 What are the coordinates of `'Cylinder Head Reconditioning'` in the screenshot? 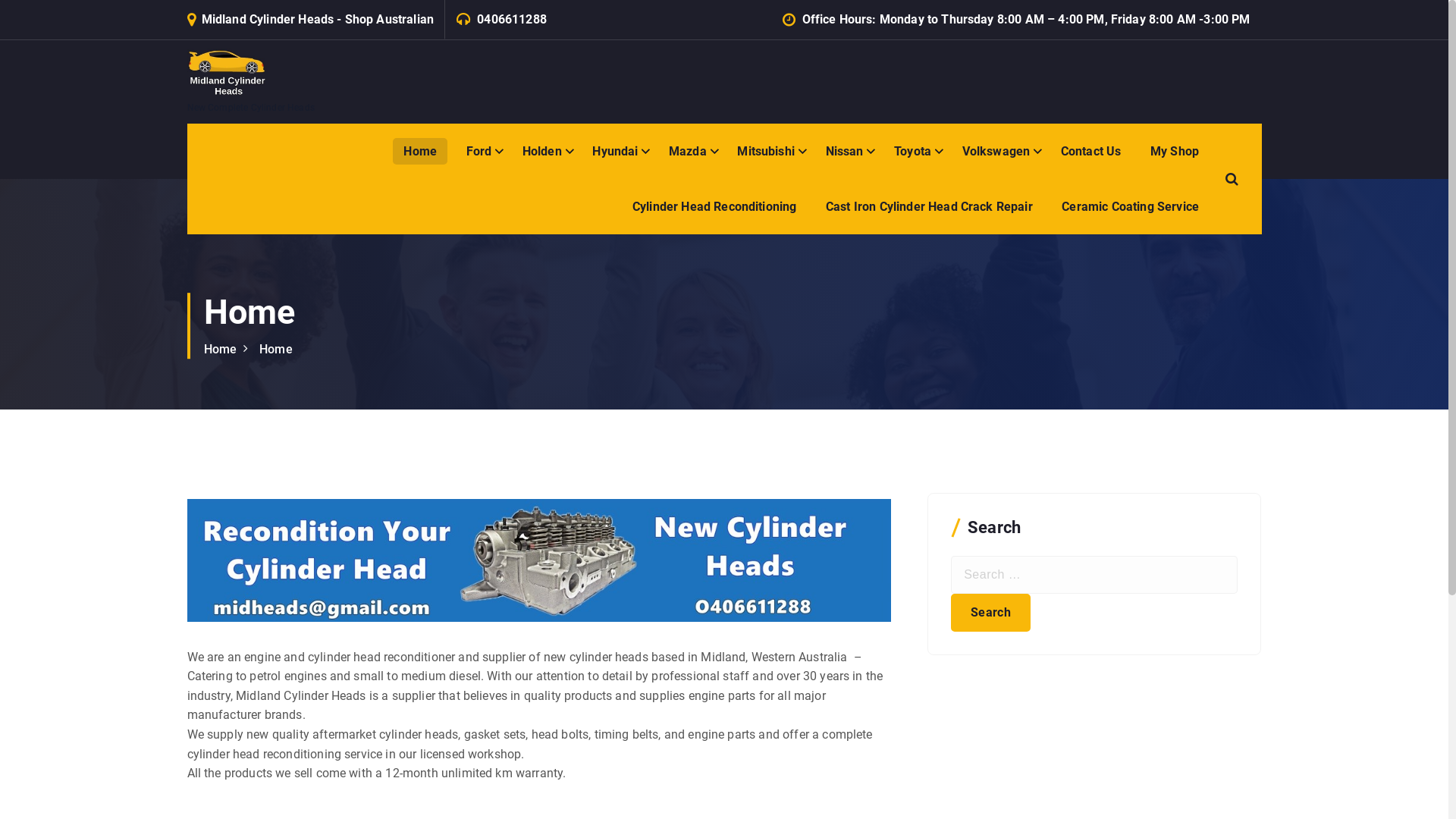 It's located at (713, 206).